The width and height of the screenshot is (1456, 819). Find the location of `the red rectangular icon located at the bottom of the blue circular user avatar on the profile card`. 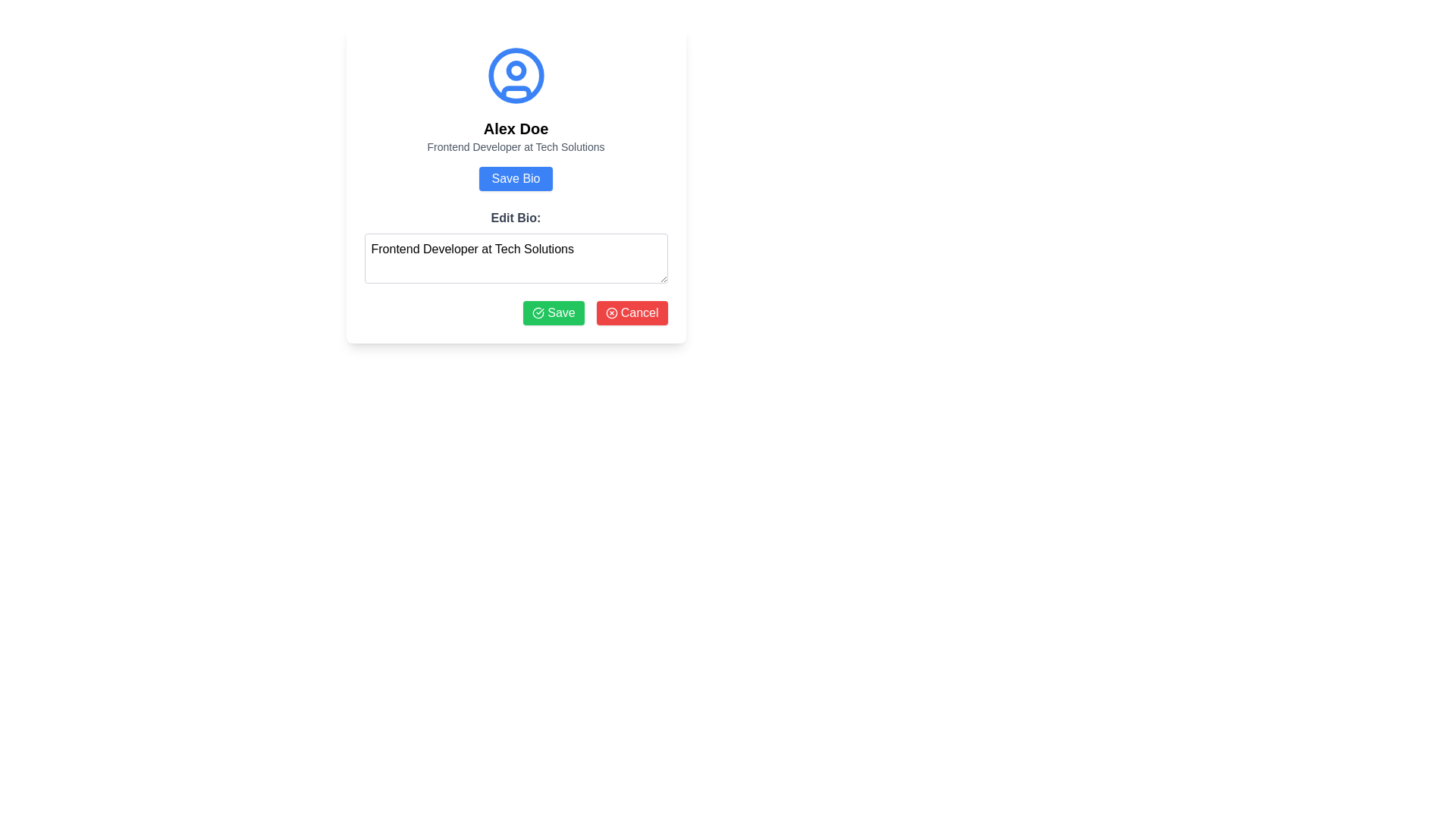

the red rectangular icon located at the bottom of the blue circular user avatar on the profile card is located at coordinates (516, 93).